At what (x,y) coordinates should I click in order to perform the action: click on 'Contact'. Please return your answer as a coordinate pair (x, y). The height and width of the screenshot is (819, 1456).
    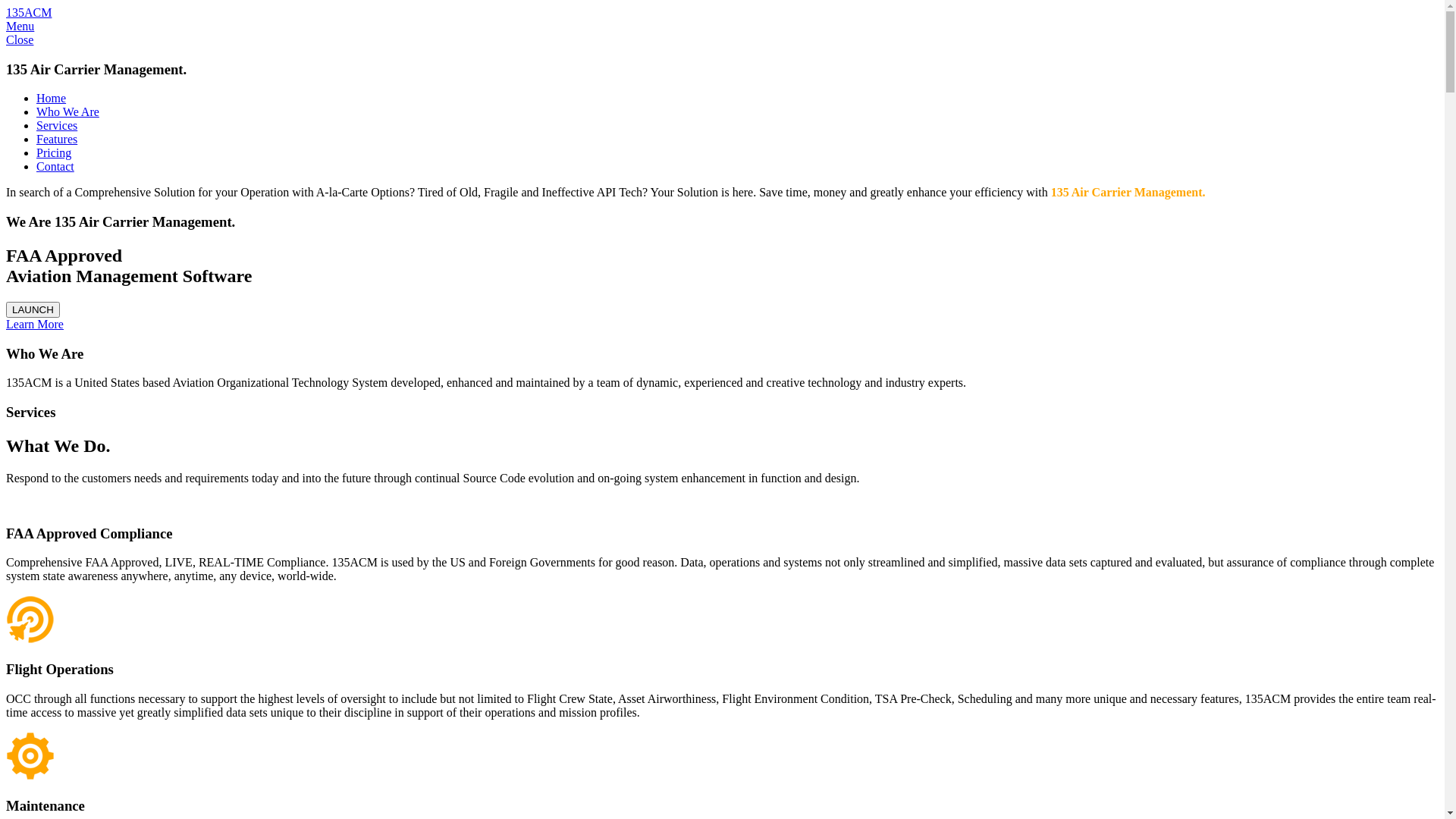
    Looking at the image, I should click on (36, 166).